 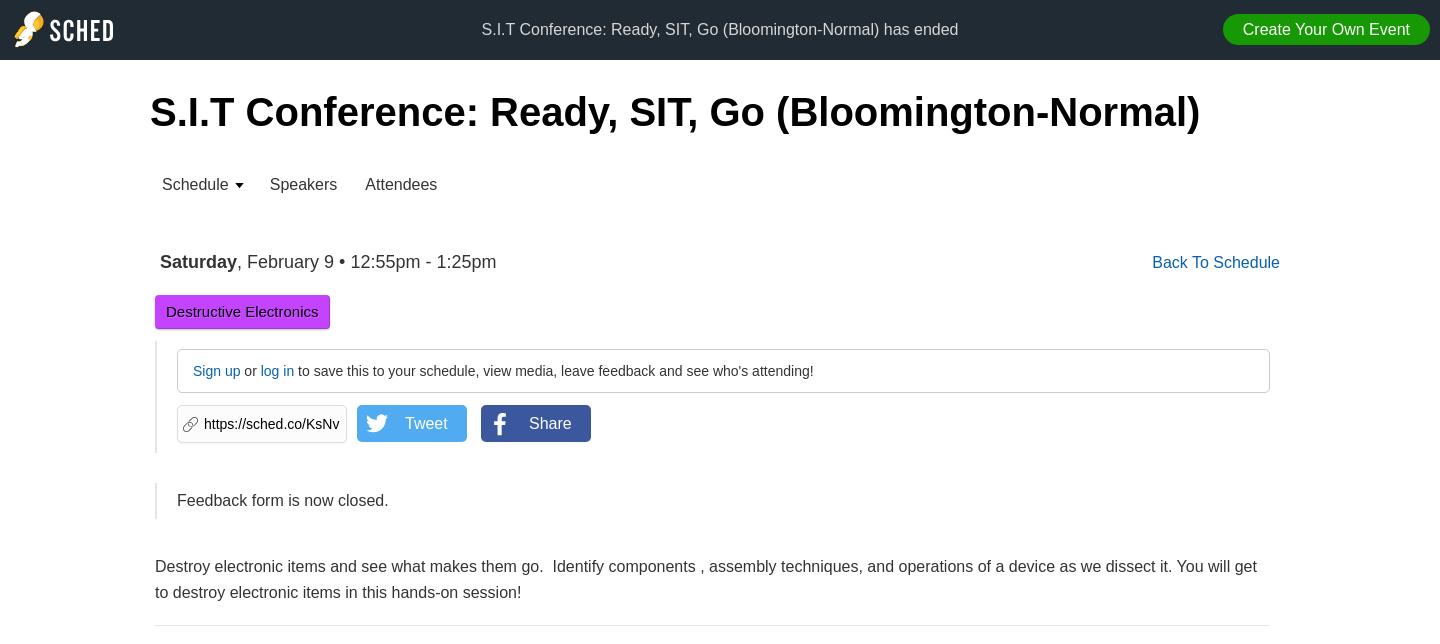 I want to click on 'Create Your Own Event', so click(x=1324, y=29).